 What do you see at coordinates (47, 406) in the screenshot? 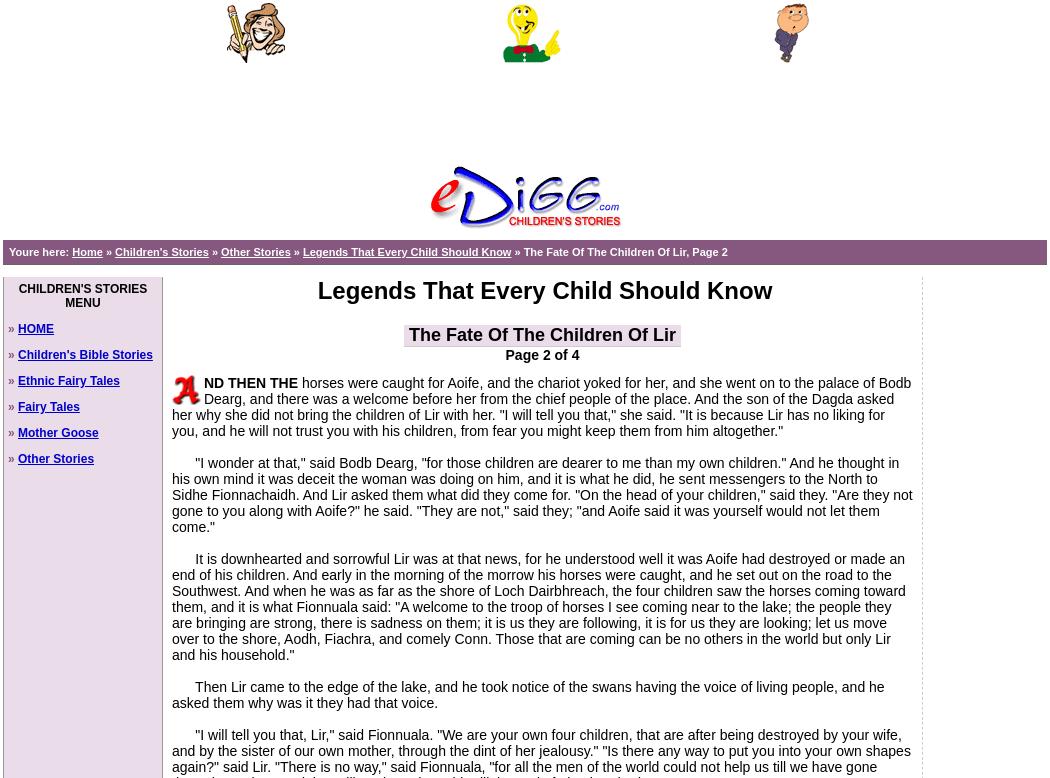
I see `'Fairy Tales'` at bounding box center [47, 406].